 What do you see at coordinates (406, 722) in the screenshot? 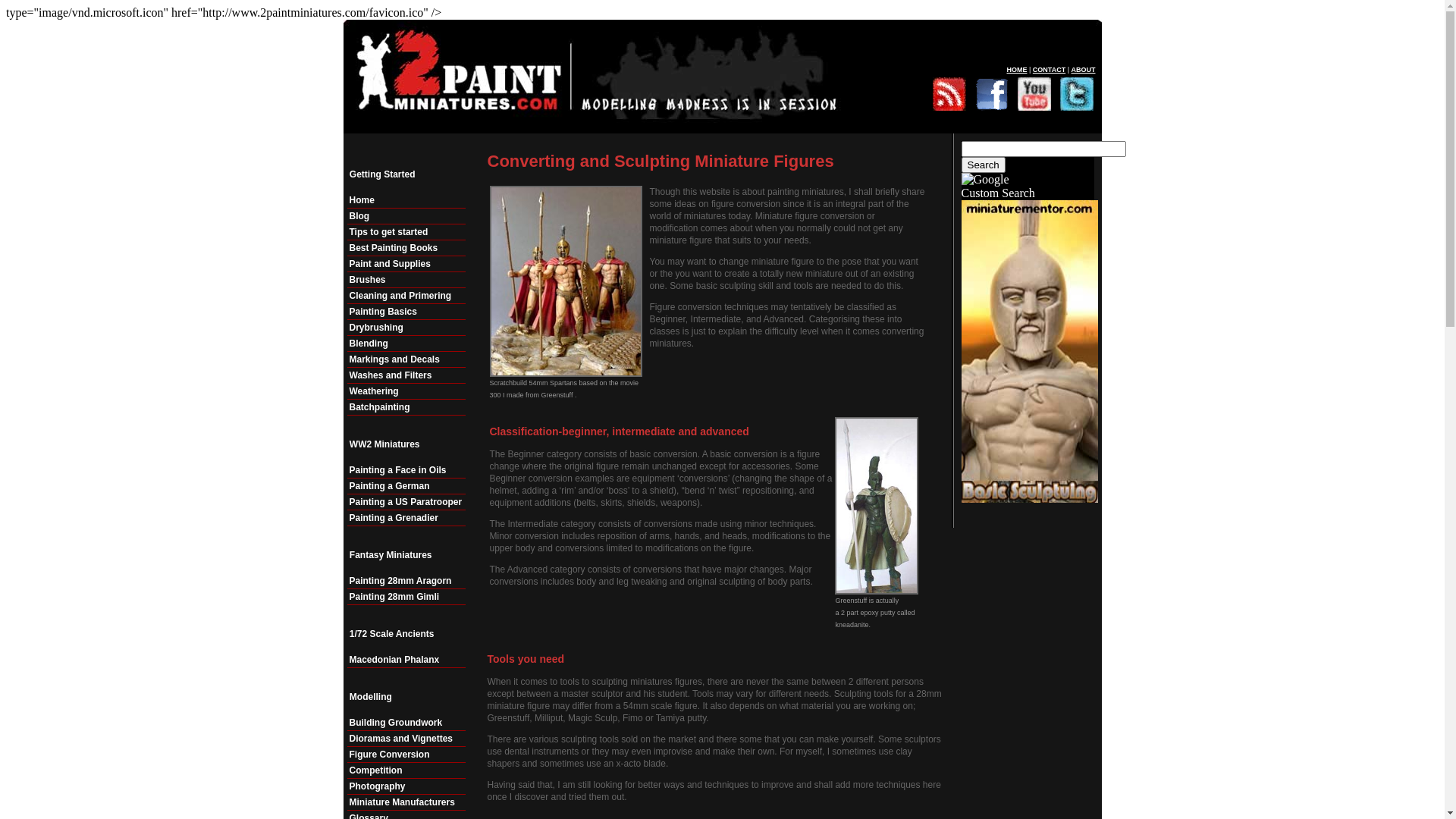
I see `'Building Groundwork'` at bounding box center [406, 722].